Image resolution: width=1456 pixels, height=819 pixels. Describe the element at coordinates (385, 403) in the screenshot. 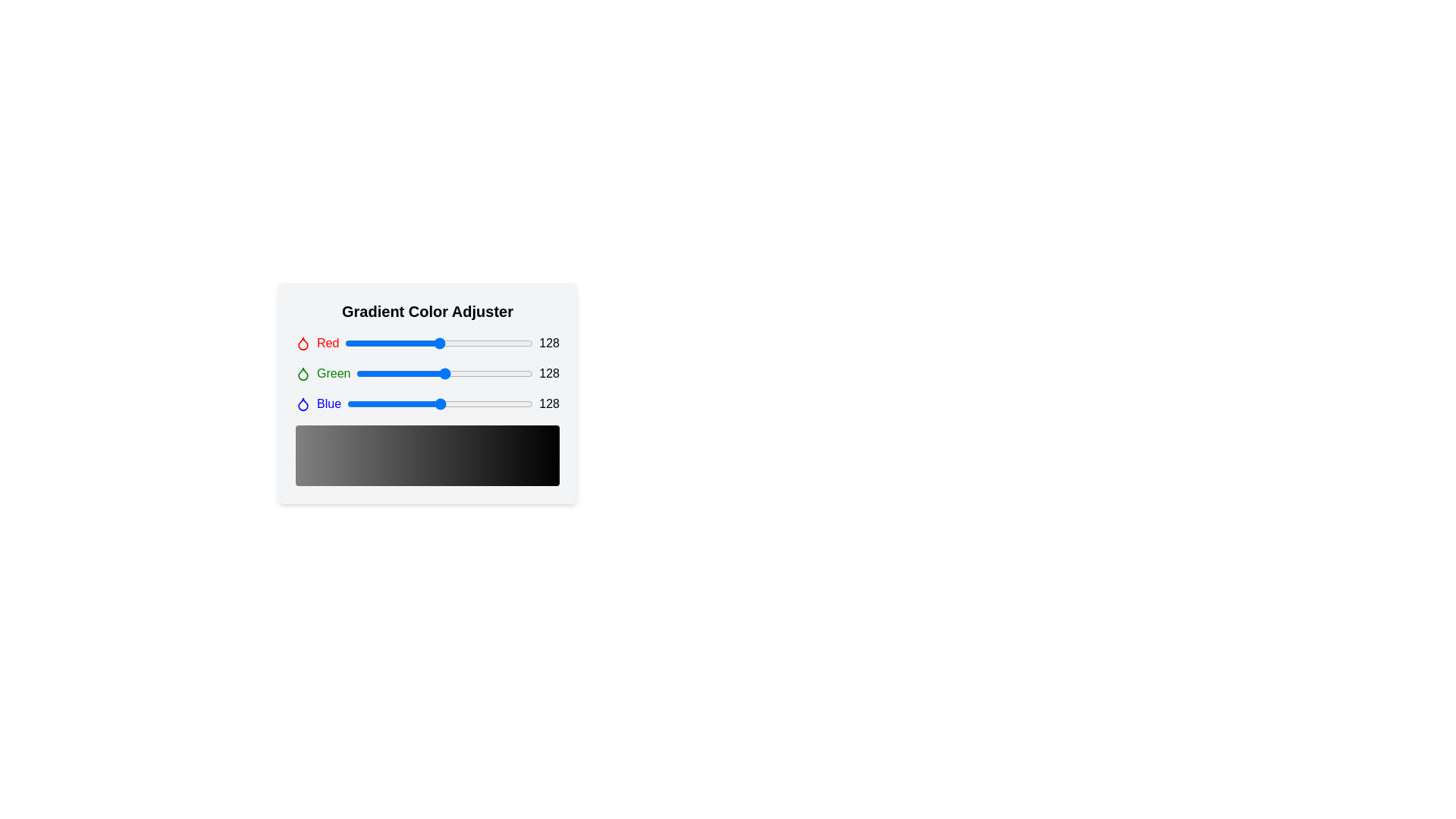

I see `the blue color slider to 52` at that location.